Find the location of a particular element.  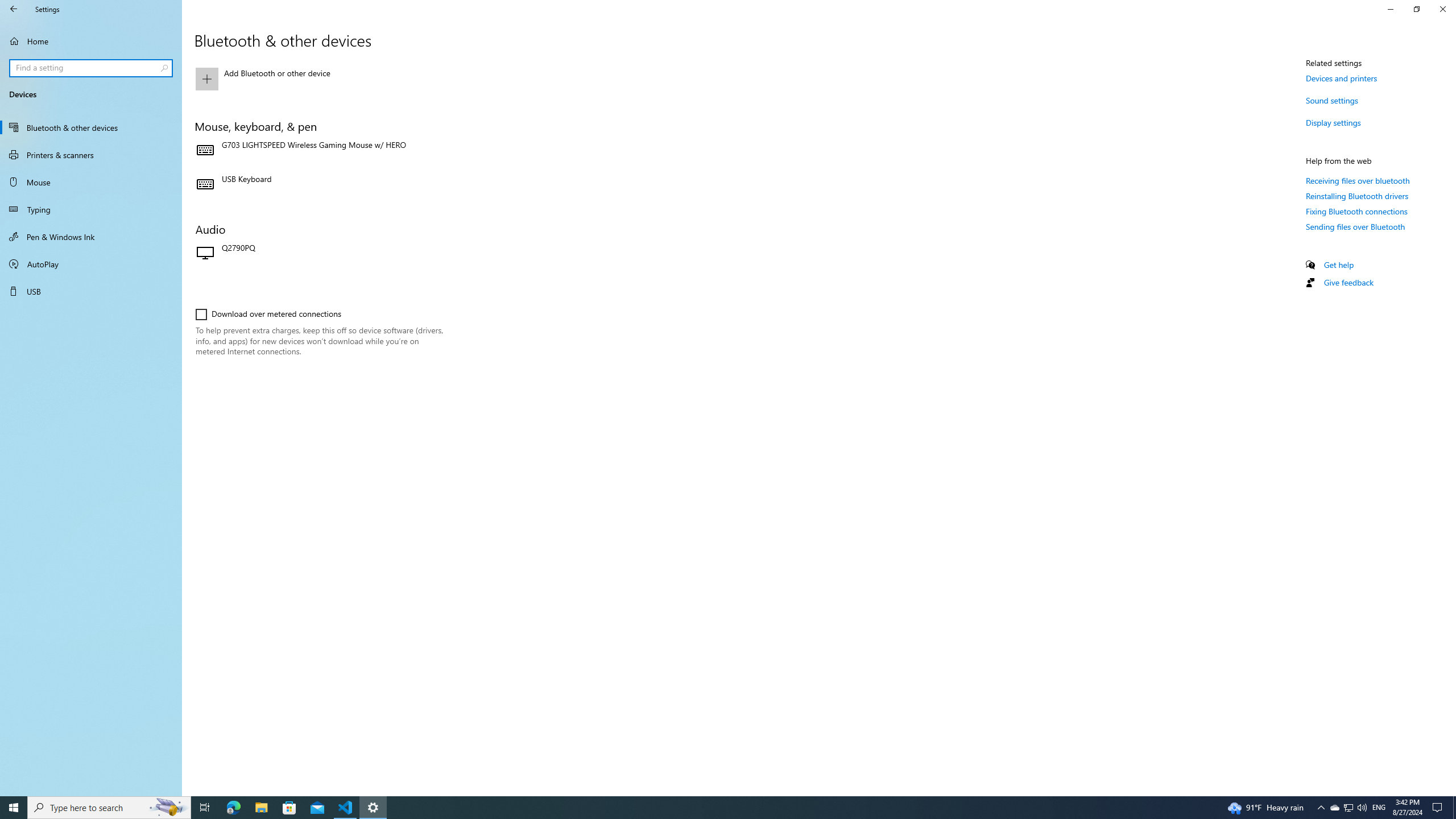

'Give feedback' is located at coordinates (1347, 282).